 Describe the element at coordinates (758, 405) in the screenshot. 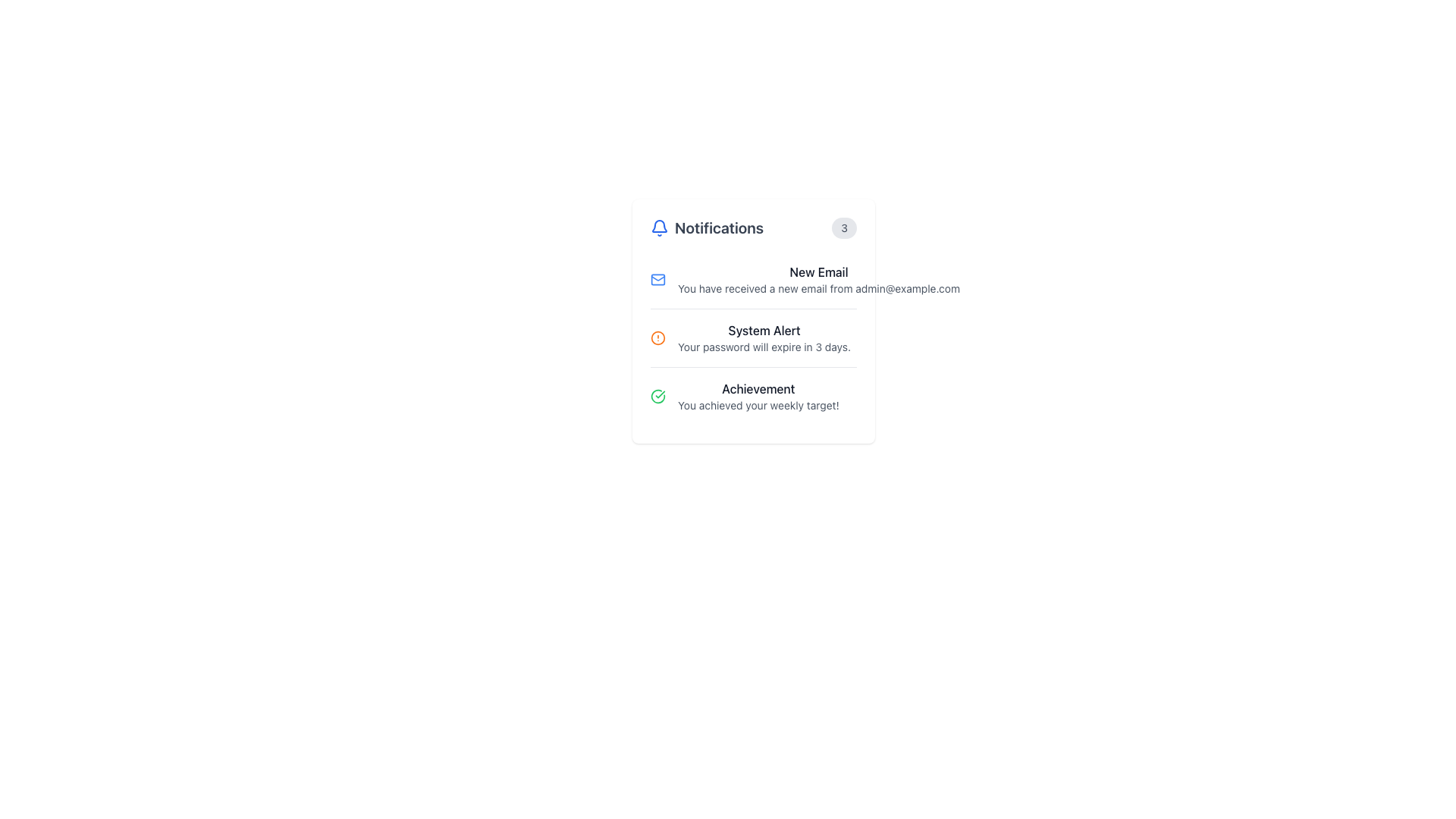

I see `the static text that indicates the user has achieved their weekly target, positioned below the title 'Achievement' in the notifications box` at that location.